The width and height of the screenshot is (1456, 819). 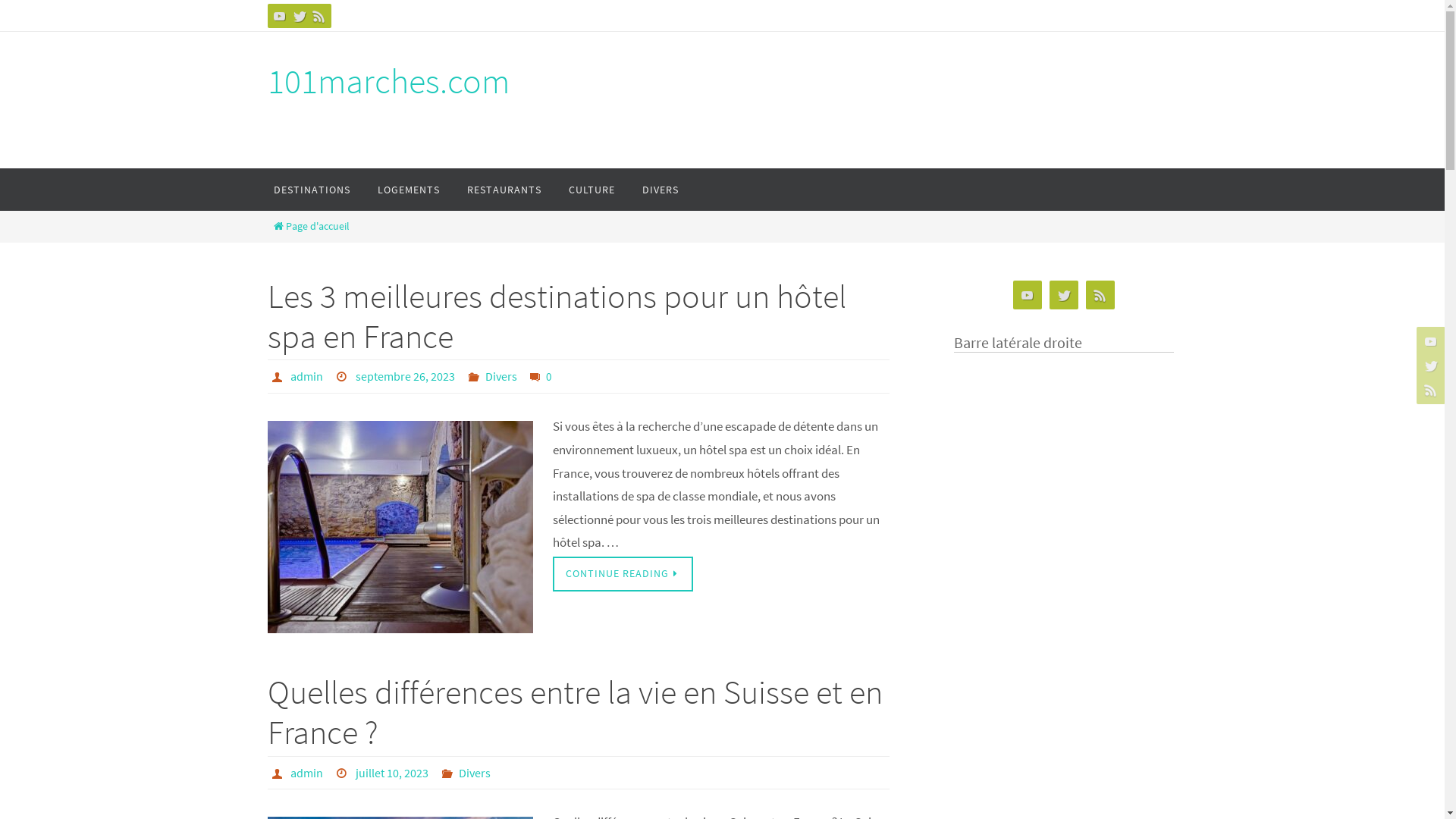 What do you see at coordinates (290, 773) in the screenshot?
I see `'admin'` at bounding box center [290, 773].